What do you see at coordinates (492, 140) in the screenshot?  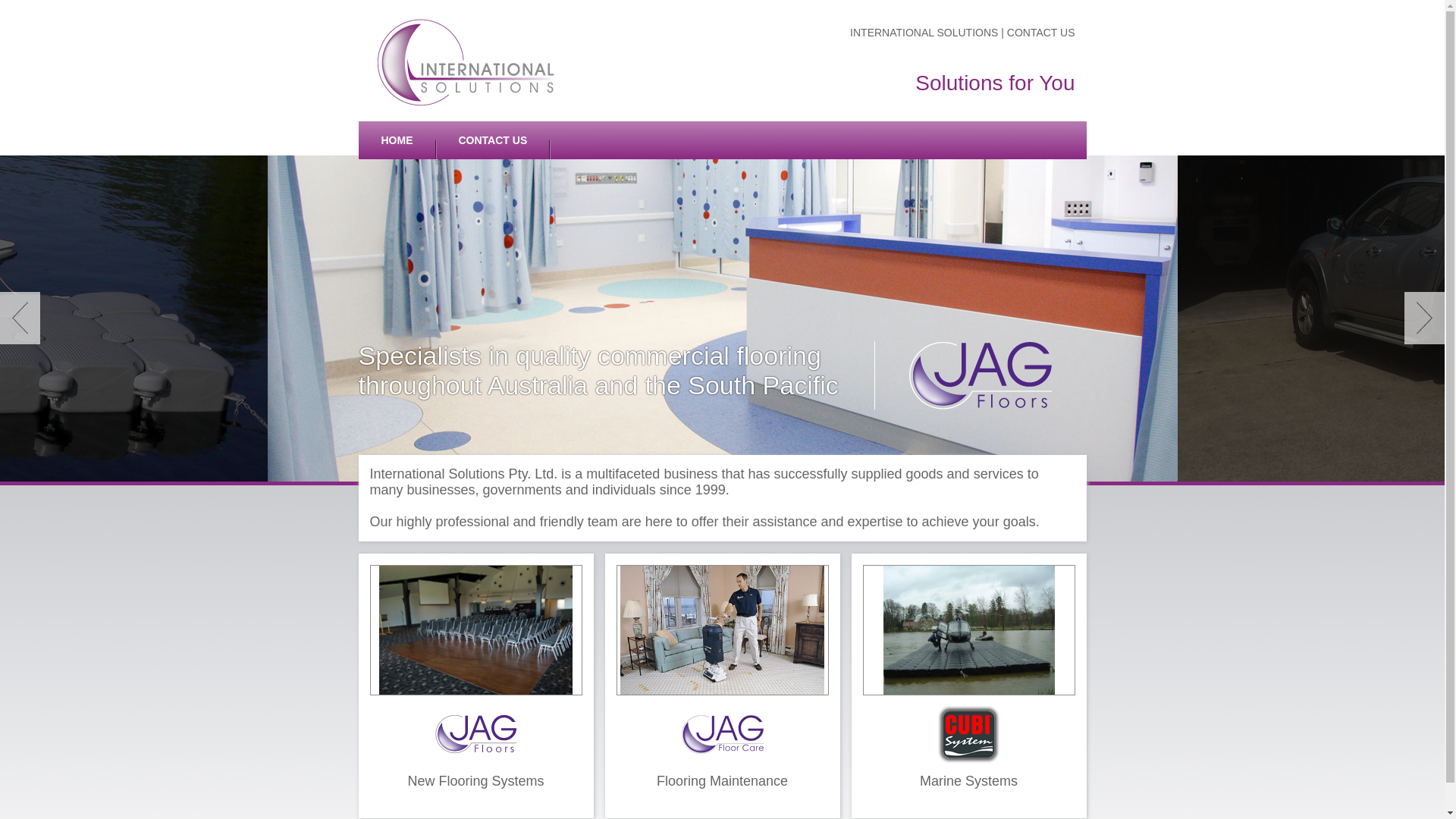 I see `'CONTACT US'` at bounding box center [492, 140].